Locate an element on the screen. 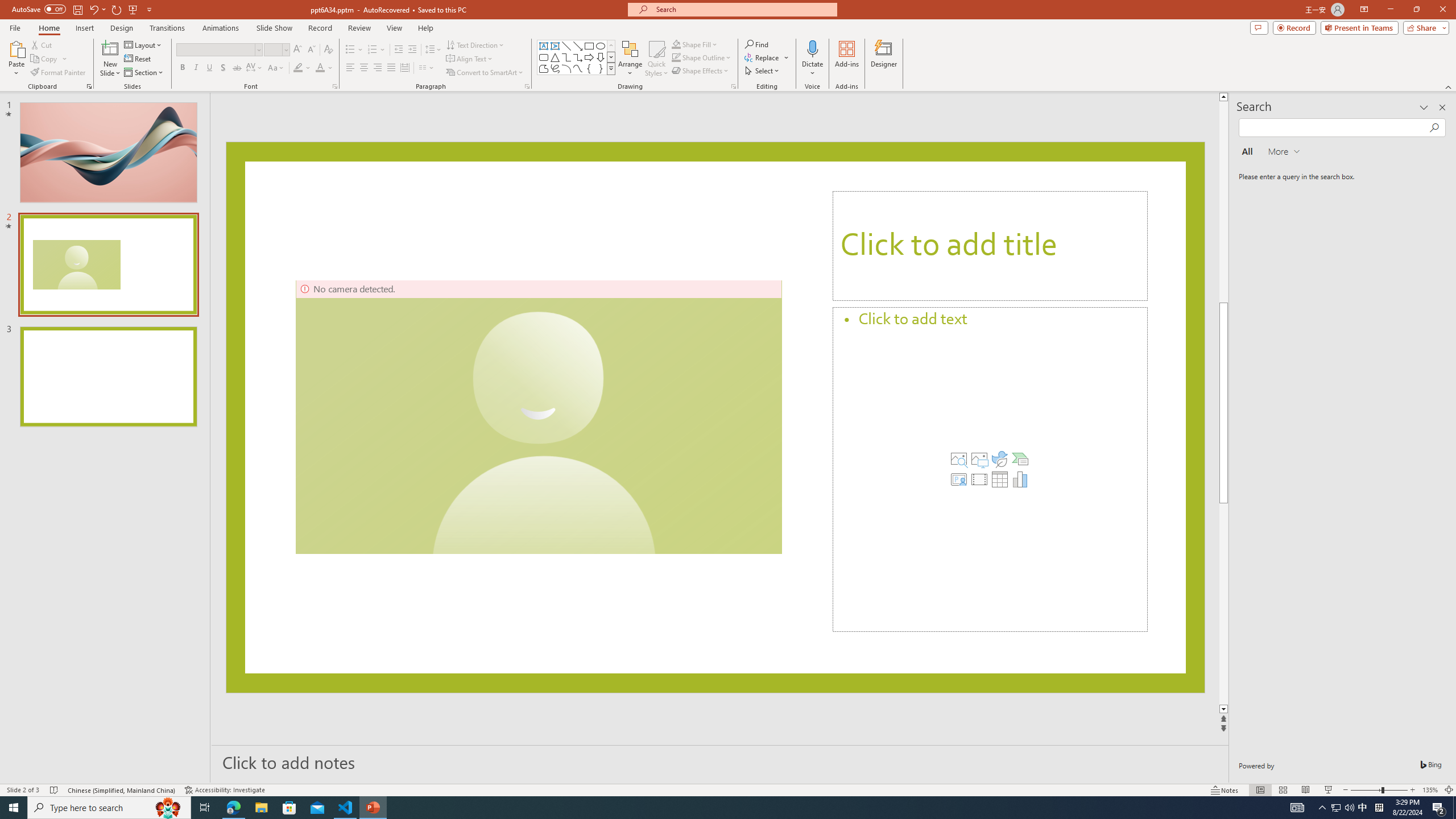  'Line Arrow' is located at coordinates (577, 45).